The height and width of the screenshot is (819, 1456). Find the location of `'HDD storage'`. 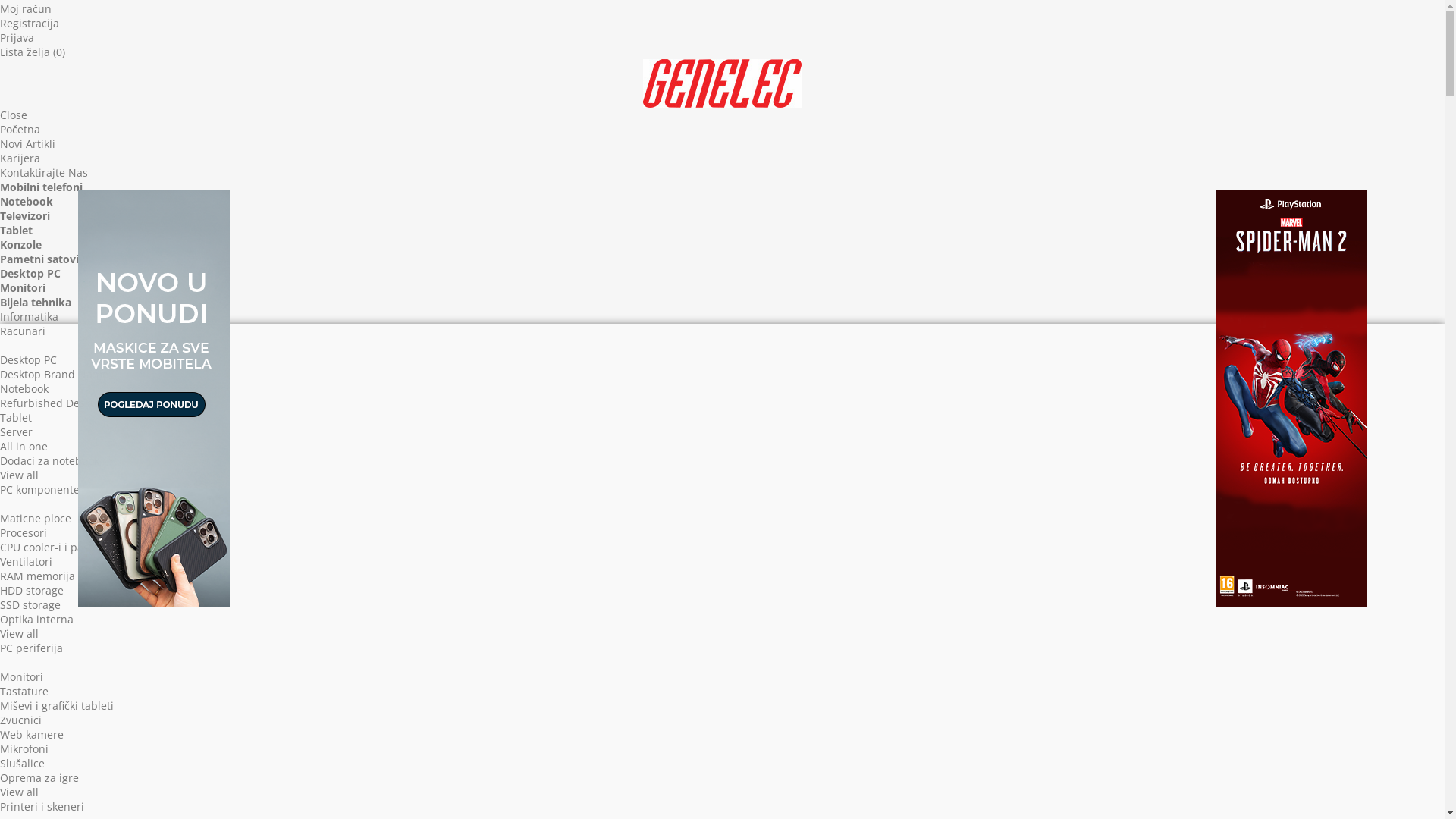

'HDD storage' is located at coordinates (32, 589).